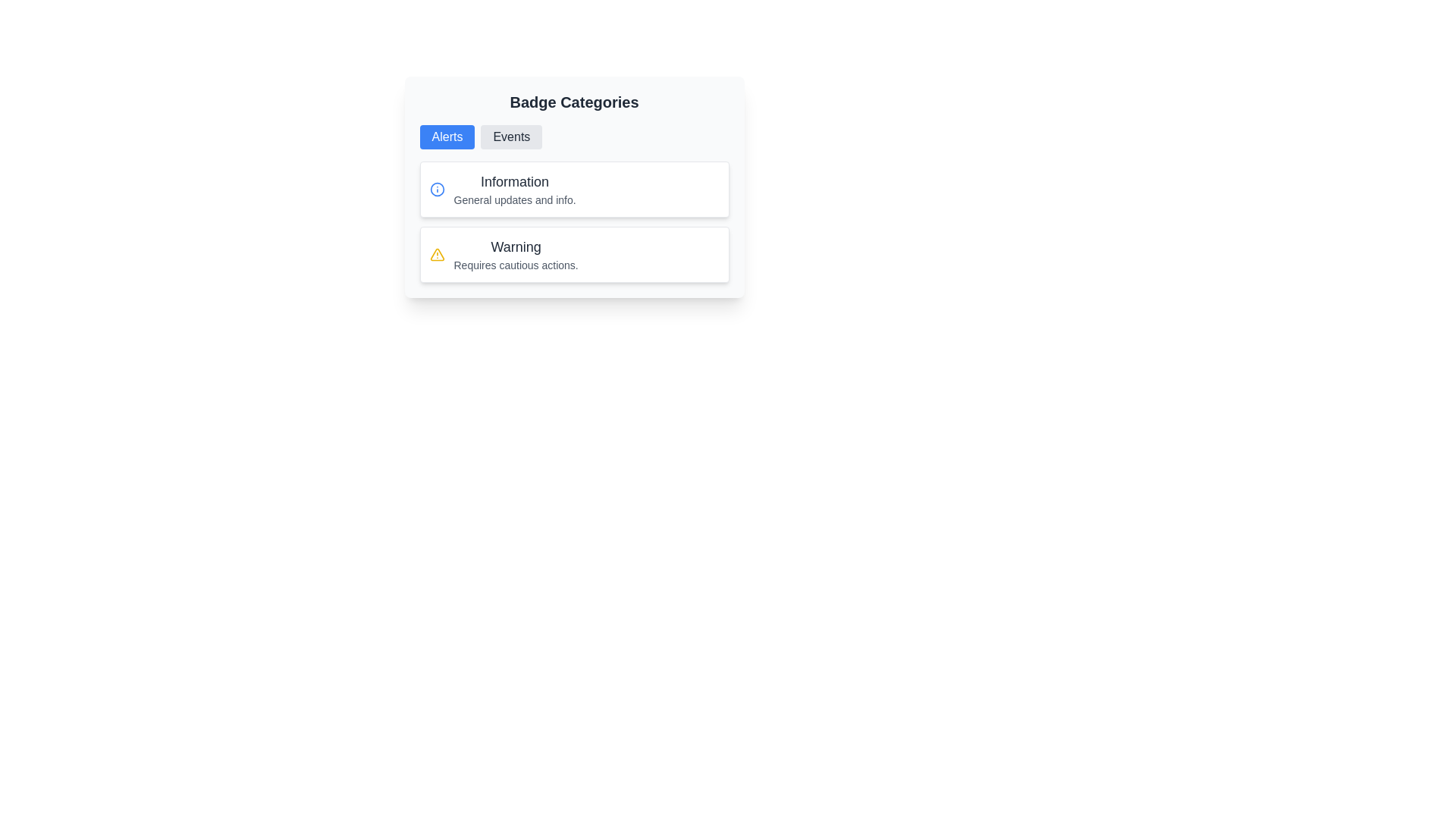 This screenshot has width=1456, height=819. What do you see at coordinates (516, 253) in the screenshot?
I see `the warning message text label located in the second card under 'Badge Categories', which displays a warning message next to a yellow warning triangle icon` at bounding box center [516, 253].